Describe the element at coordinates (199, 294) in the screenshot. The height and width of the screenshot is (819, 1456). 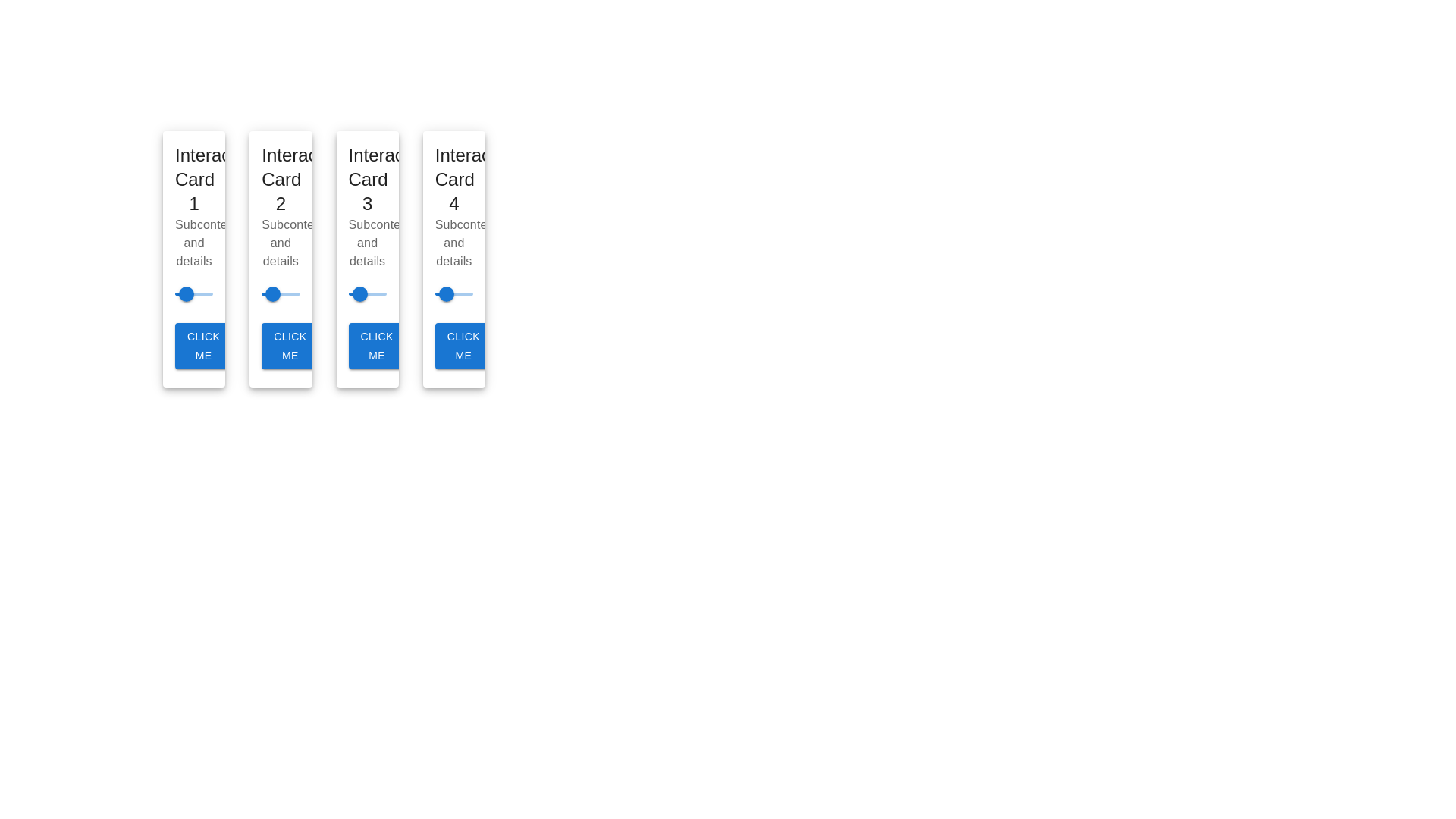
I see `the slider` at that location.